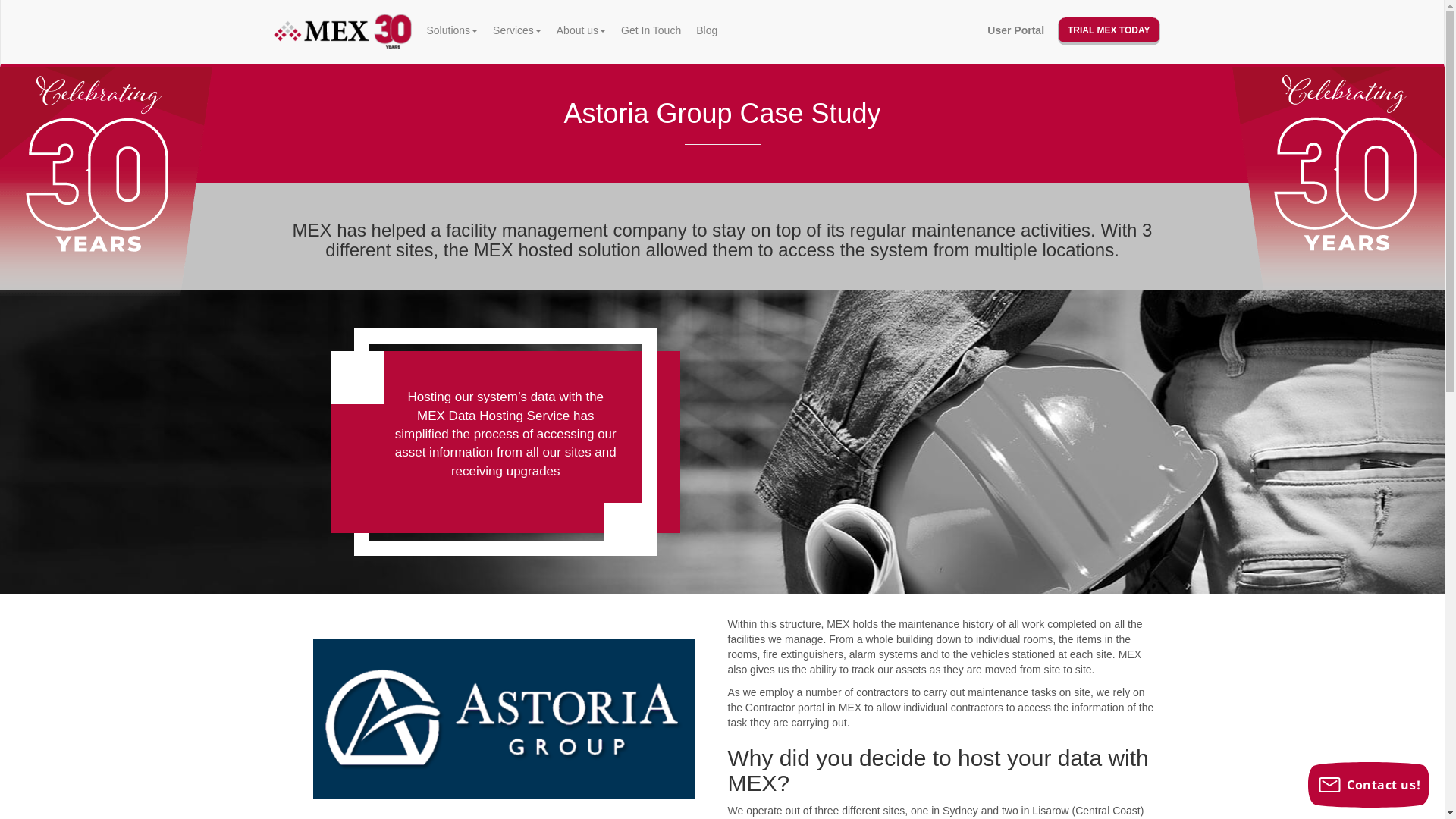 This screenshot has width=1456, height=819. Describe the element at coordinates (1368, 784) in the screenshot. I see `'Contact us!'` at that location.